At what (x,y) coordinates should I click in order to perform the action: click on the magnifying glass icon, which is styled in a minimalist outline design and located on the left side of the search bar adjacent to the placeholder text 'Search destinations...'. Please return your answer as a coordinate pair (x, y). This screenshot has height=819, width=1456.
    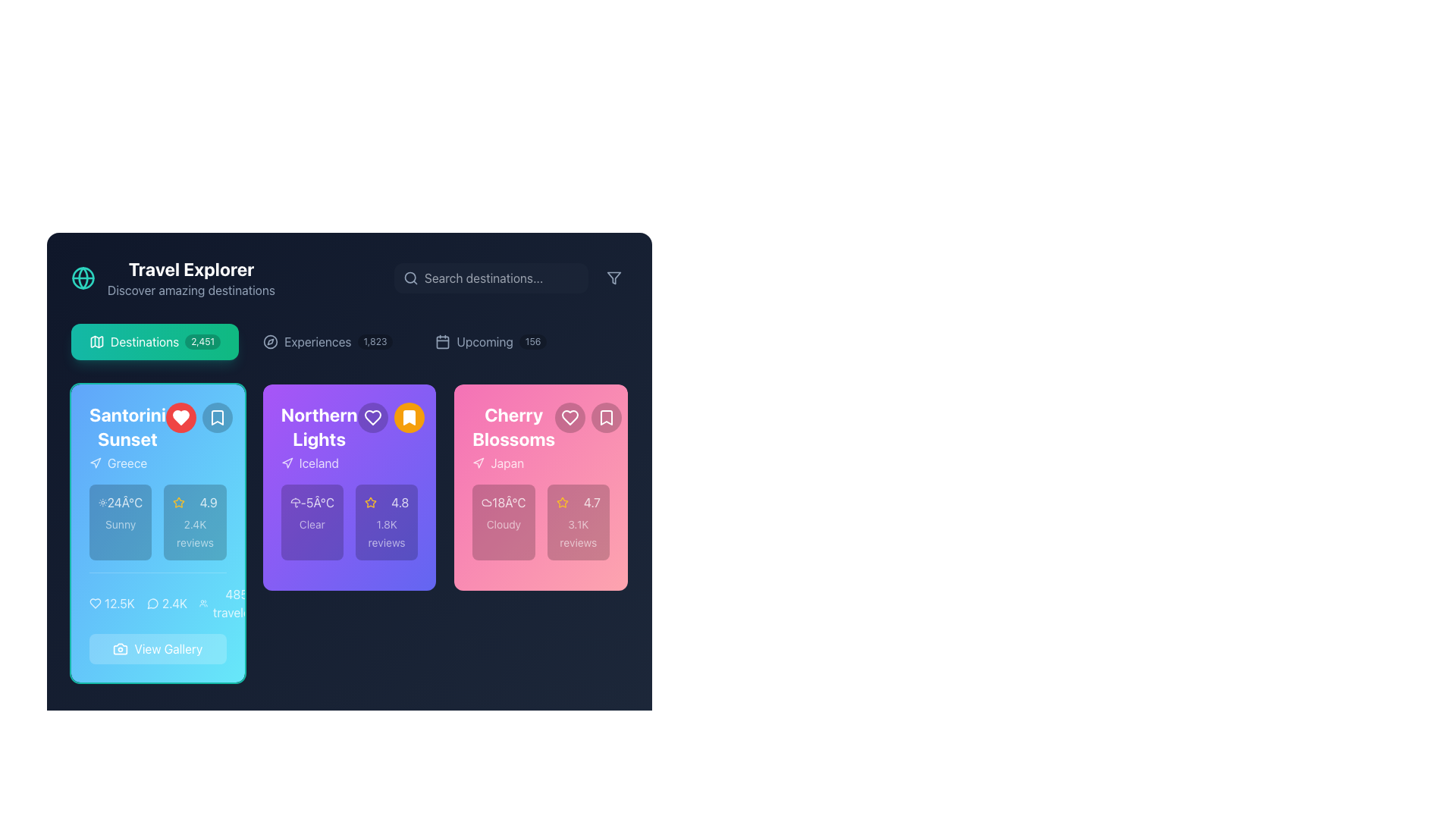
    Looking at the image, I should click on (411, 278).